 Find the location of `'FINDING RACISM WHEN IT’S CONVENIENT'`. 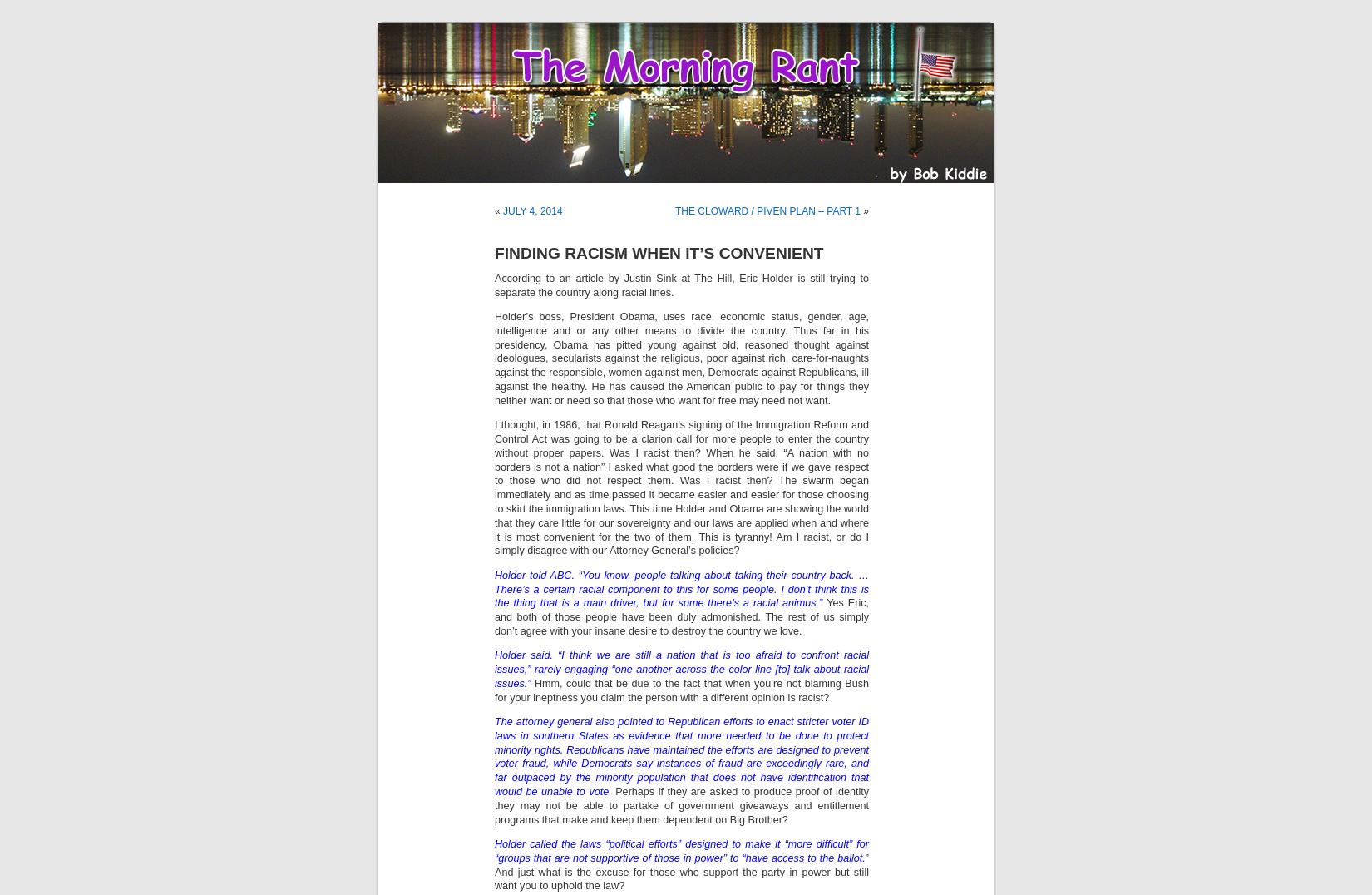

'FINDING RACISM WHEN IT’S CONVENIENT' is located at coordinates (493, 252).